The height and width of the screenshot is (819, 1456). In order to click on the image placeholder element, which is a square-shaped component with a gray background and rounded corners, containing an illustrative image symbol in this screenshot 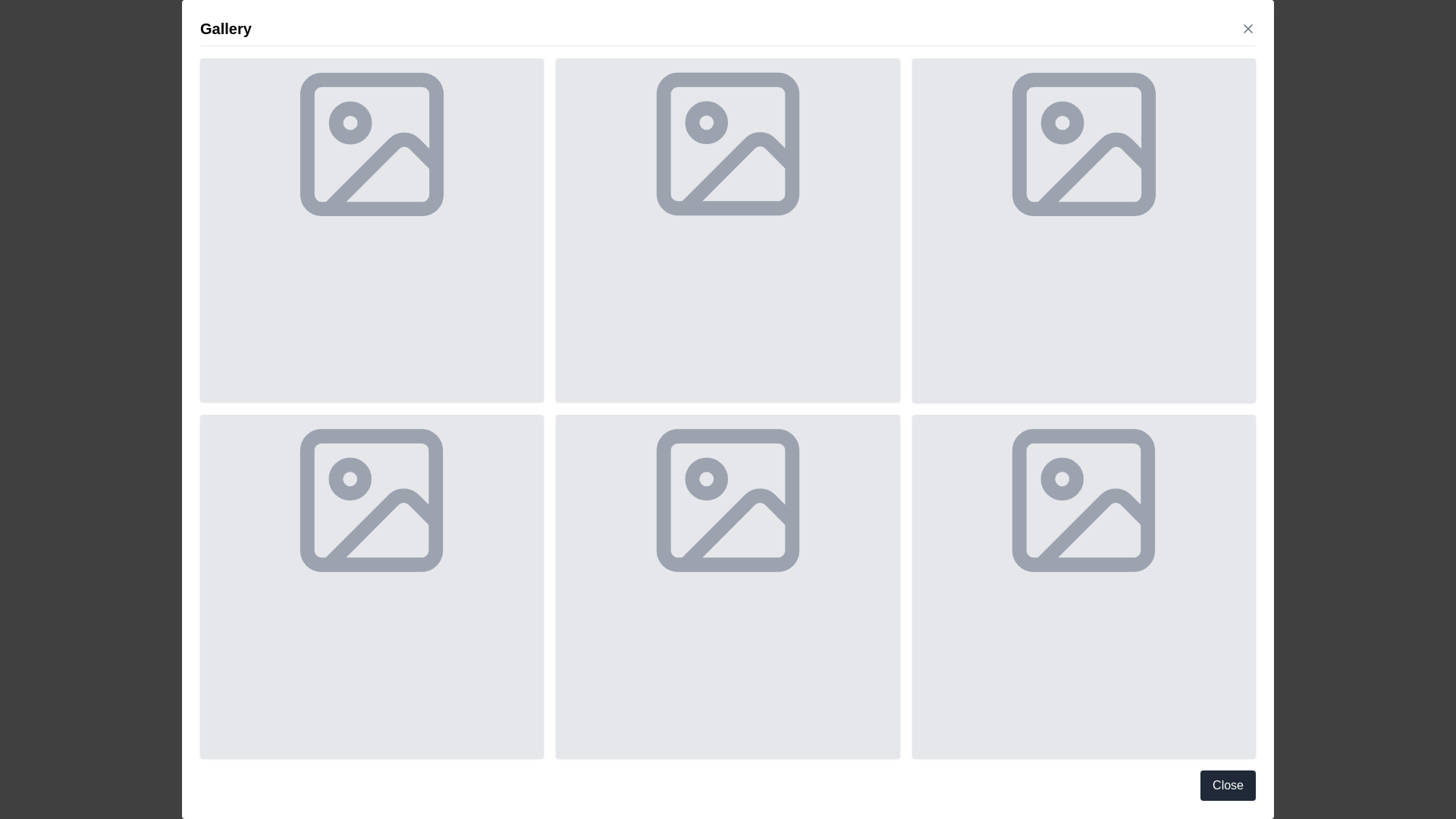, I will do `click(372, 585)`.